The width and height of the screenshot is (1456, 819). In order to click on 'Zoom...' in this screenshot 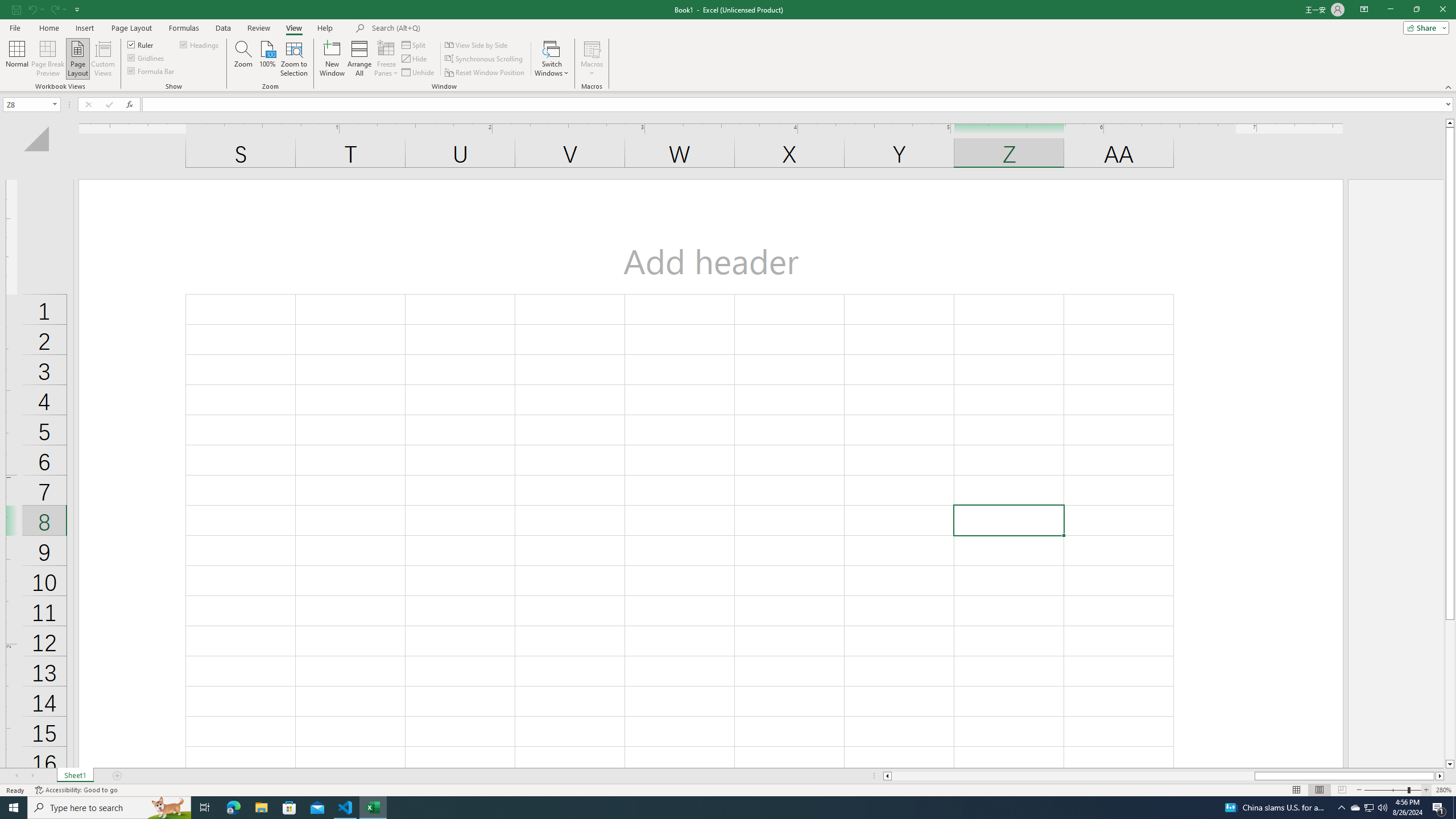, I will do `click(243, 59)`.